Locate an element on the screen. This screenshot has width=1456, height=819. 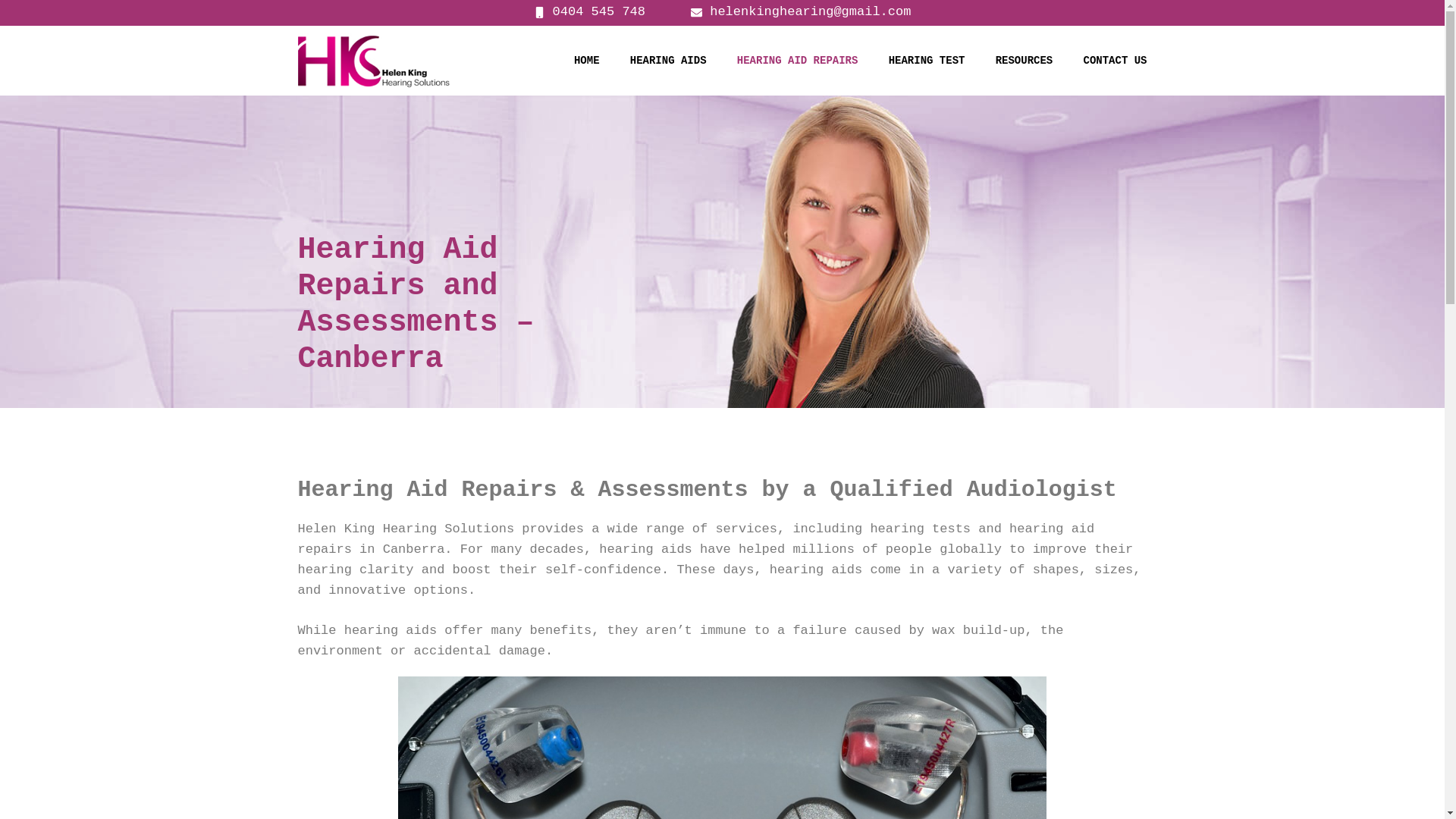
'HK Hearing Solutions' is located at coordinates (372, 59).